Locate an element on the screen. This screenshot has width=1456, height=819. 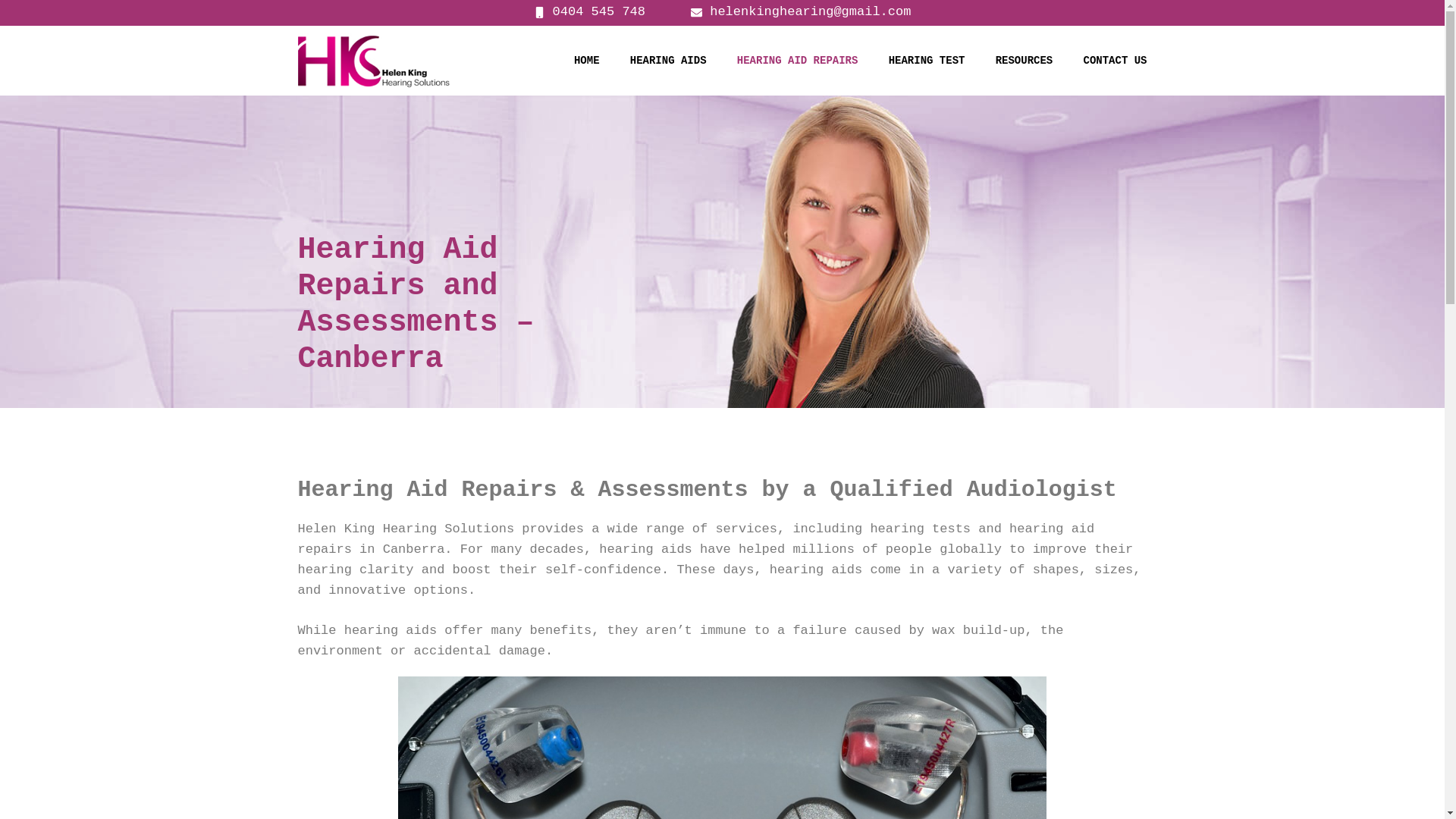
'HK Hearing Solutions' is located at coordinates (372, 59).